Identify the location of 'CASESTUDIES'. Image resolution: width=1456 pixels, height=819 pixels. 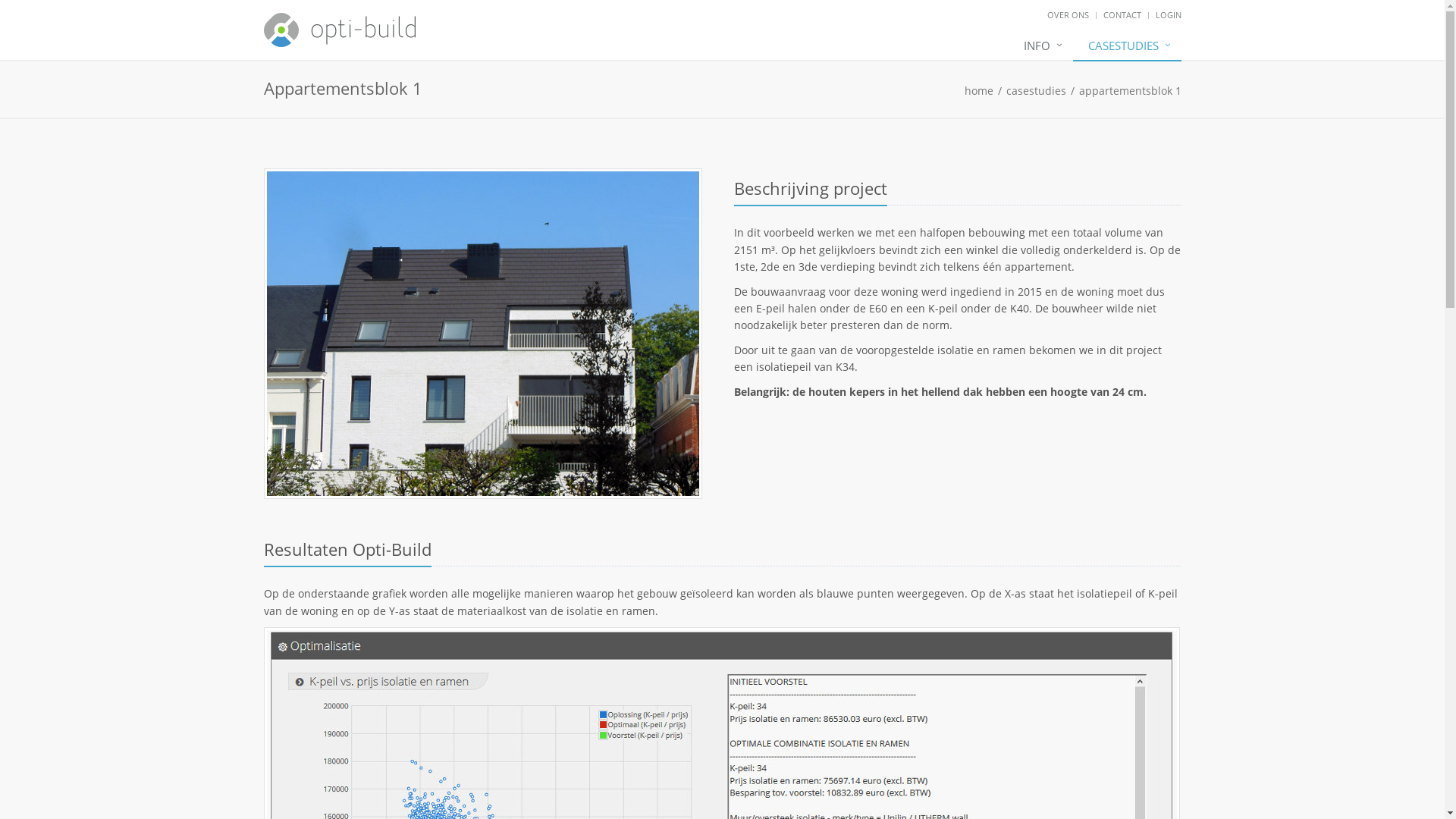
(1126, 45).